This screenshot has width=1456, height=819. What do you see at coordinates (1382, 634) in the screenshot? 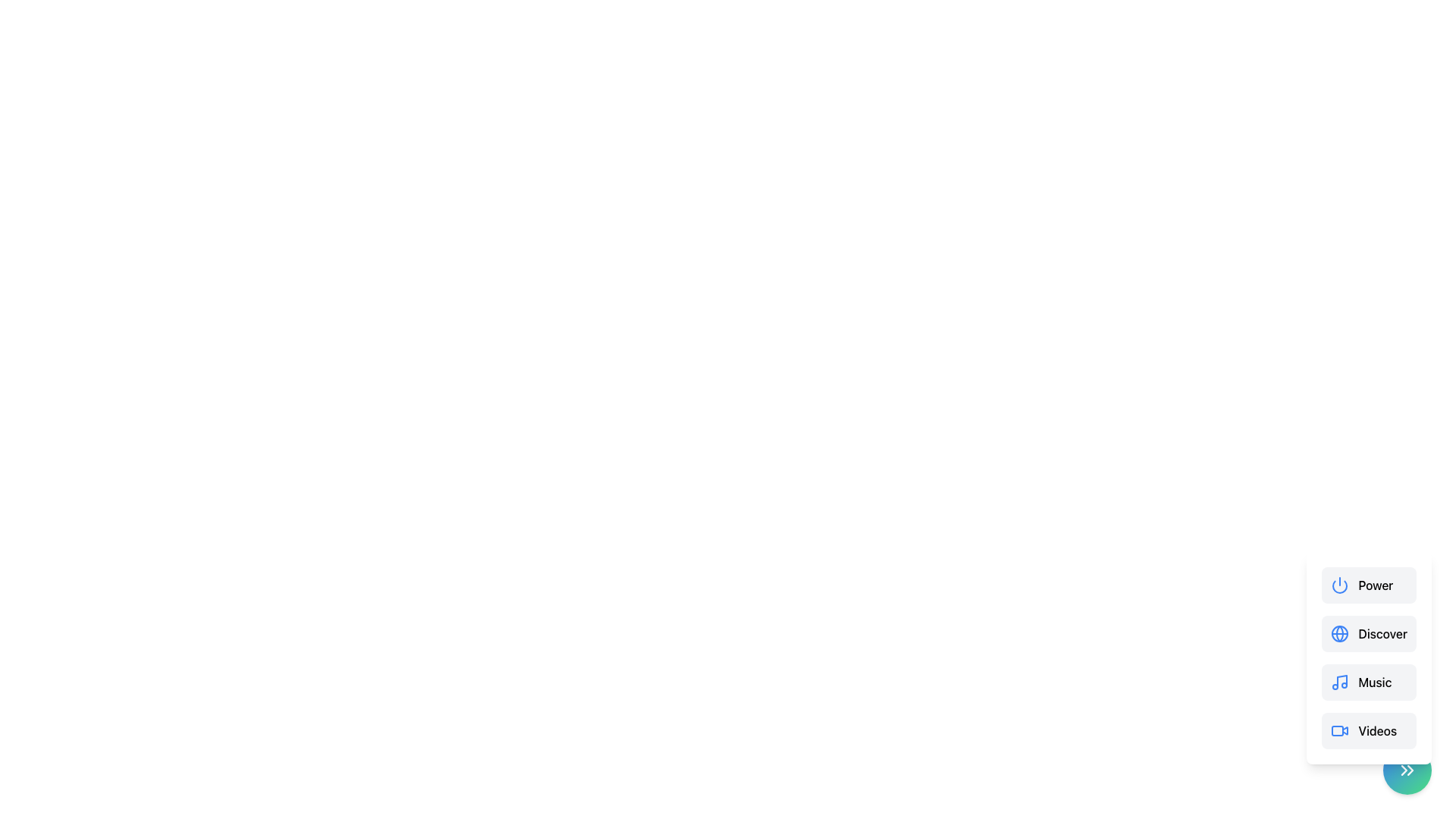
I see `the 'Discover' text label element, which is styled with a medium-weight font and is positioned towards the right-hand side of a horizontal group that includes a globe icon` at bounding box center [1382, 634].